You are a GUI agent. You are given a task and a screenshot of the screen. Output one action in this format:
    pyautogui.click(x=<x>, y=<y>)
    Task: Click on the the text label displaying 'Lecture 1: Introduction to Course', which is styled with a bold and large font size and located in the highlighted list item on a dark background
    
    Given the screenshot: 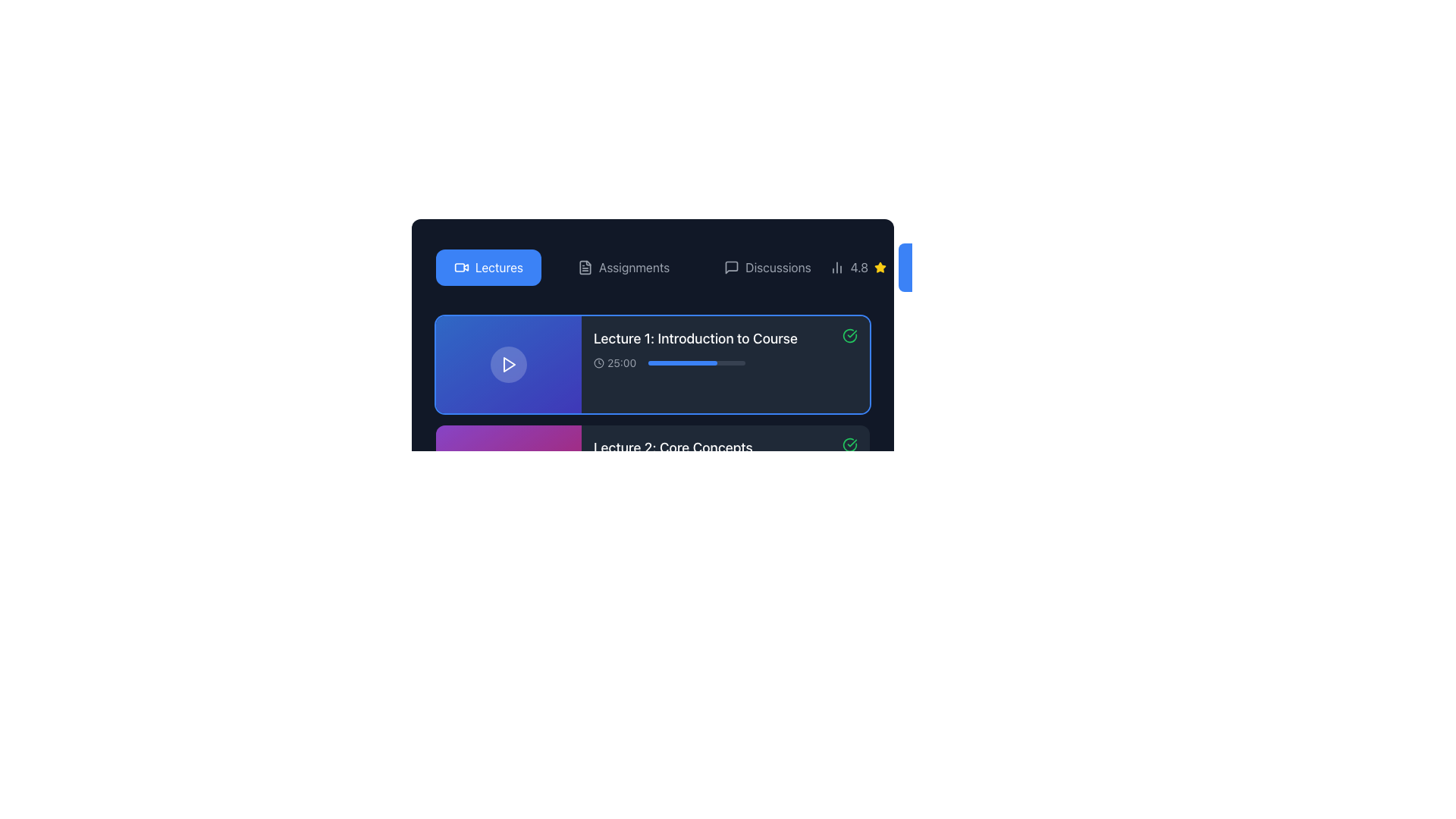 What is the action you would take?
    pyautogui.click(x=695, y=338)
    